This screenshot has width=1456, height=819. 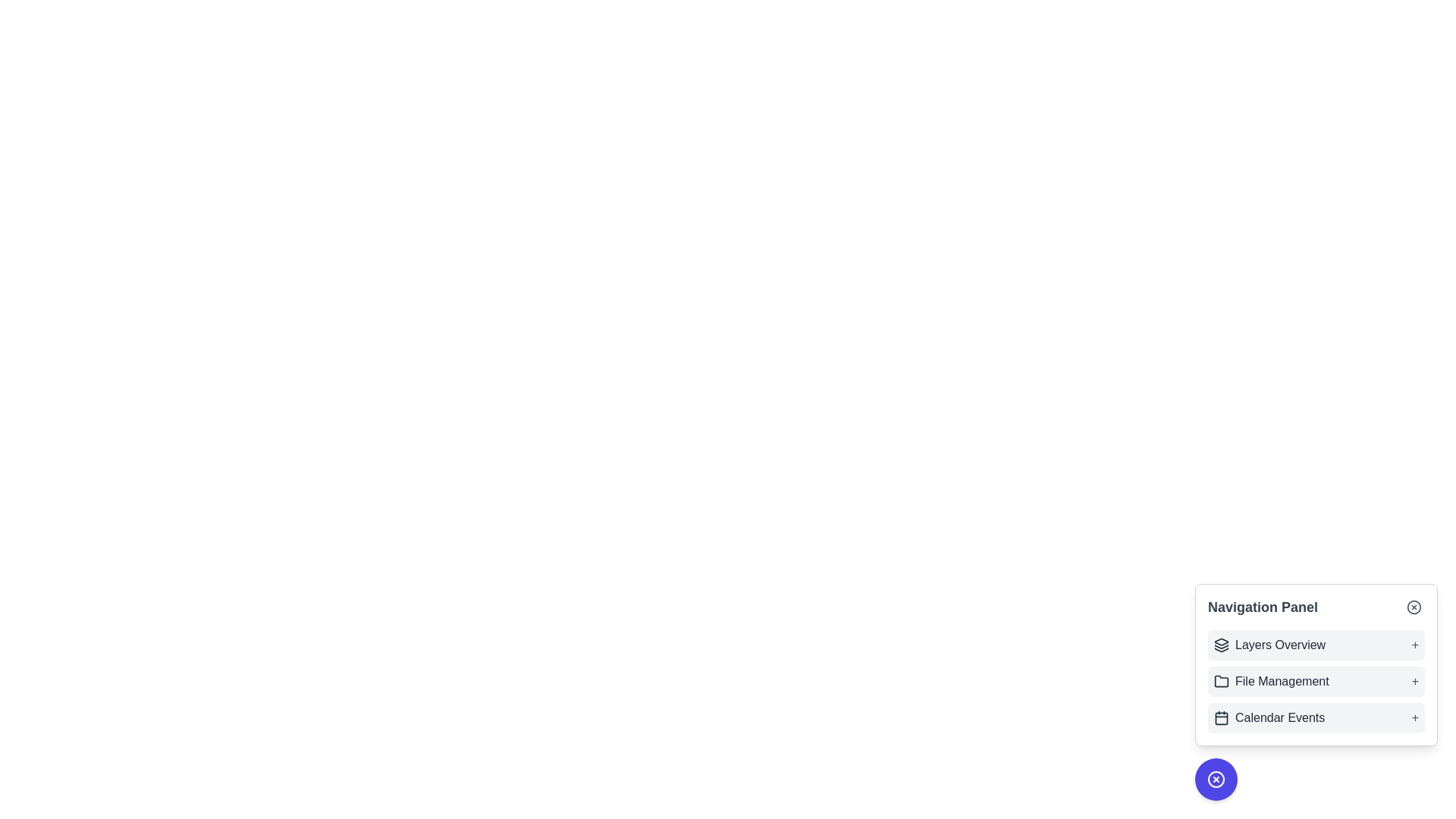 What do you see at coordinates (1316, 680) in the screenshot?
I see `the 'File Management' menu item within the navigation panel` at bounding box center [1316, 680].